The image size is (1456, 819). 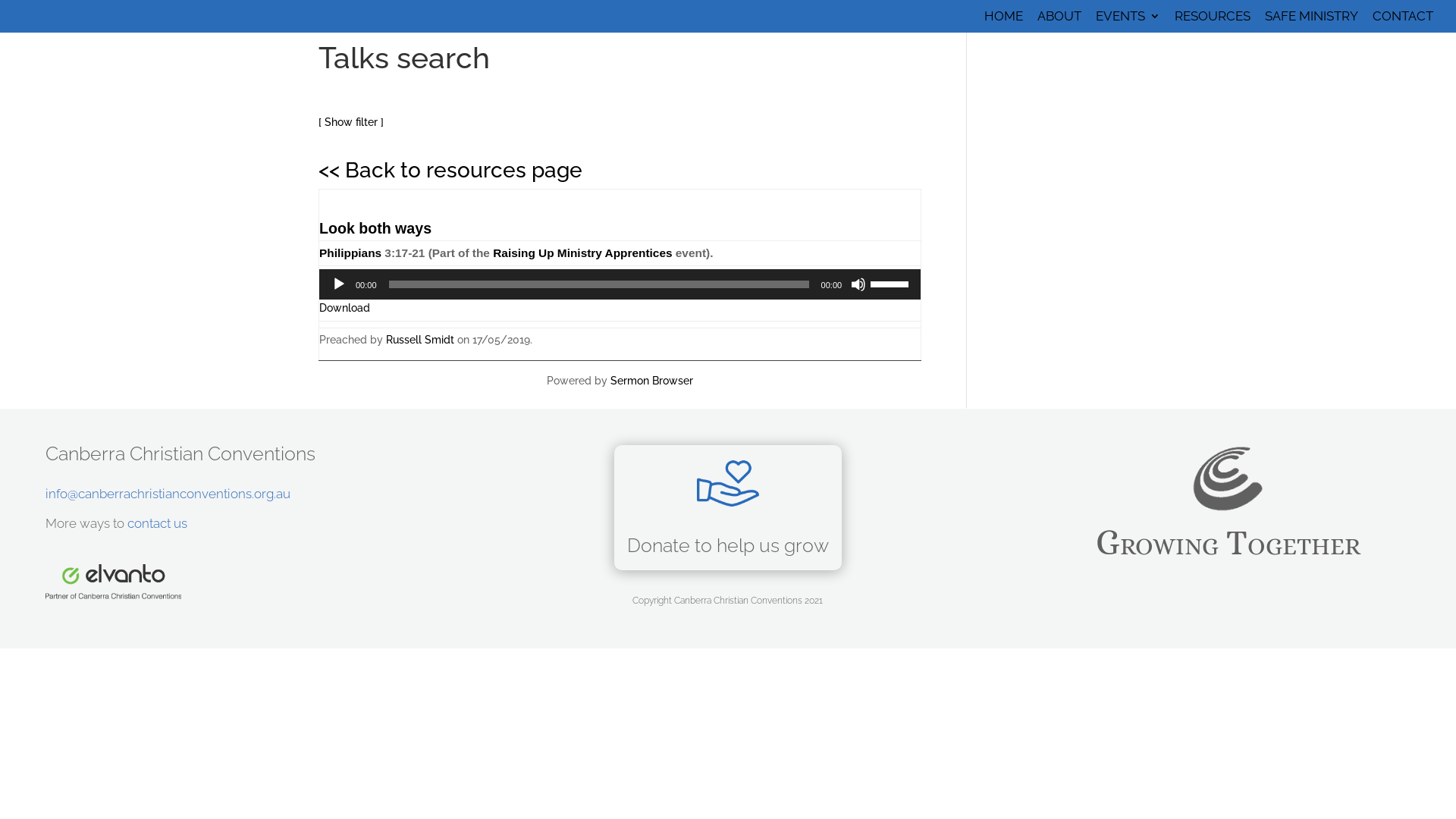 I want to click on '[ Show filter ]', so click(x=350, y=121).